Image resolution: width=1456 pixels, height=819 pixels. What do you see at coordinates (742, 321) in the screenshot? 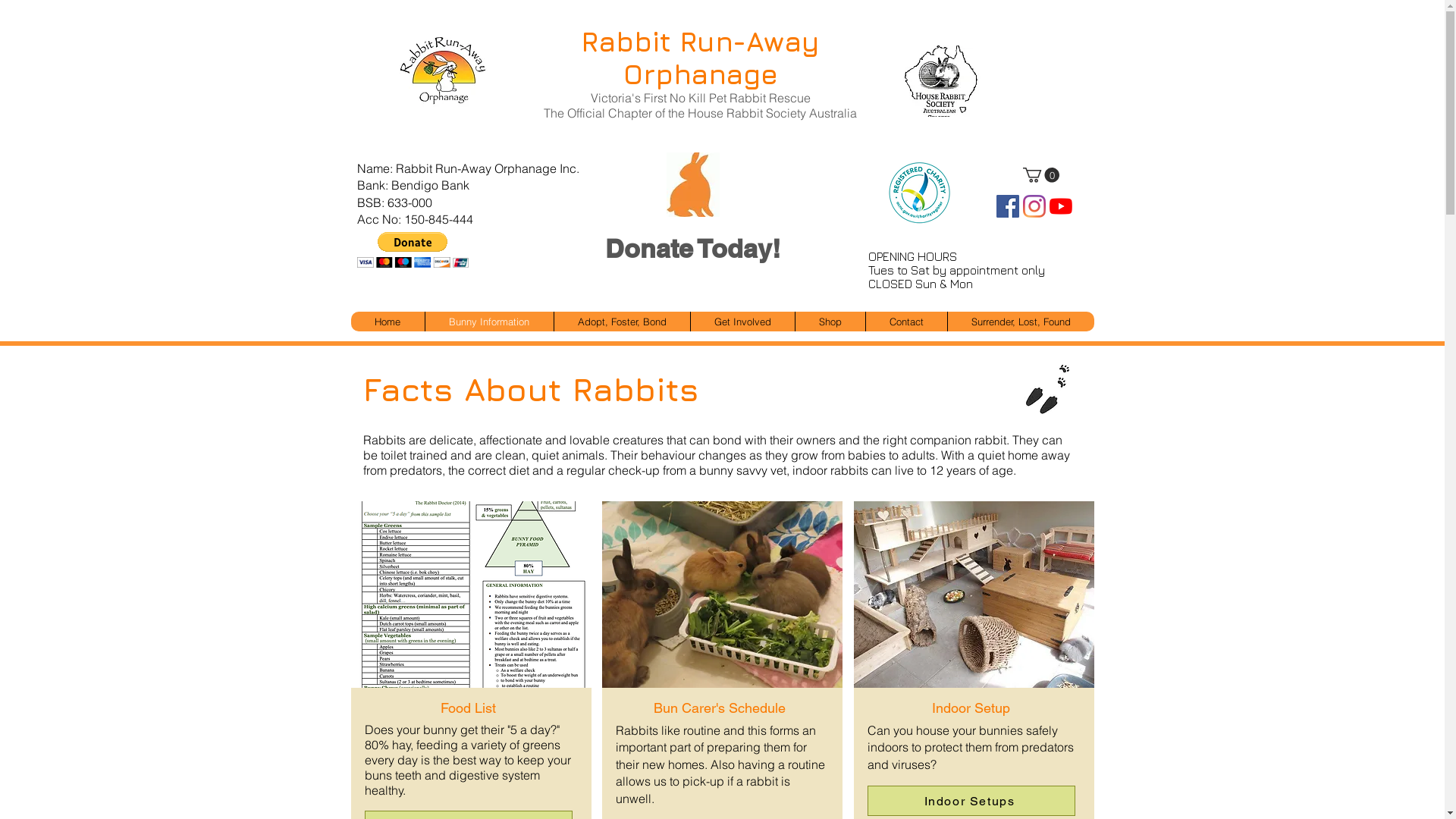
I see `'Get Involved'` at bounding box center [742, 321].